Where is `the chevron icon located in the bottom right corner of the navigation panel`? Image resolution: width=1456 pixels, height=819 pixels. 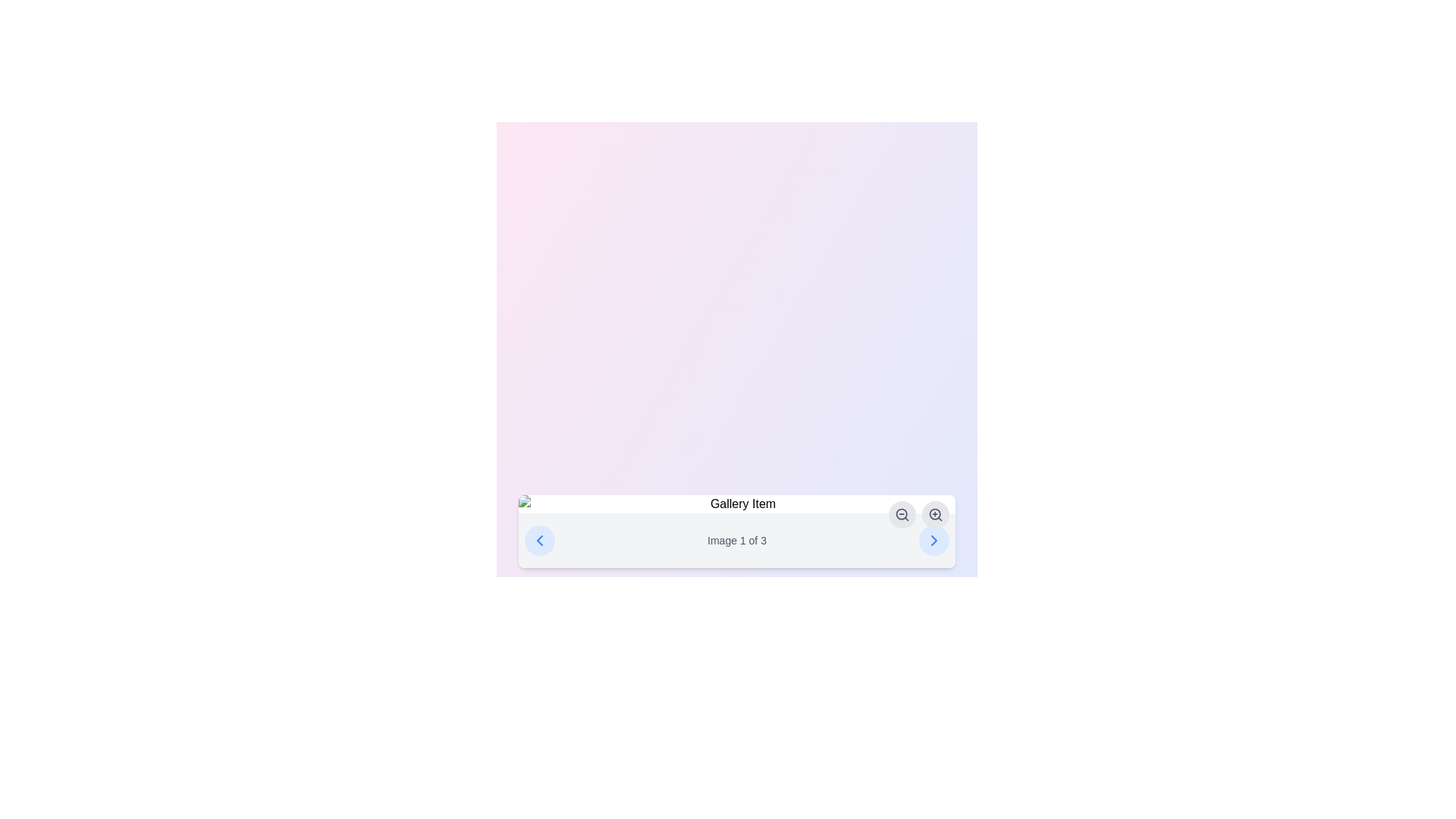
the chevron icon located in the bottom right corner of the navigation panel is located at coordinates (934, 540).